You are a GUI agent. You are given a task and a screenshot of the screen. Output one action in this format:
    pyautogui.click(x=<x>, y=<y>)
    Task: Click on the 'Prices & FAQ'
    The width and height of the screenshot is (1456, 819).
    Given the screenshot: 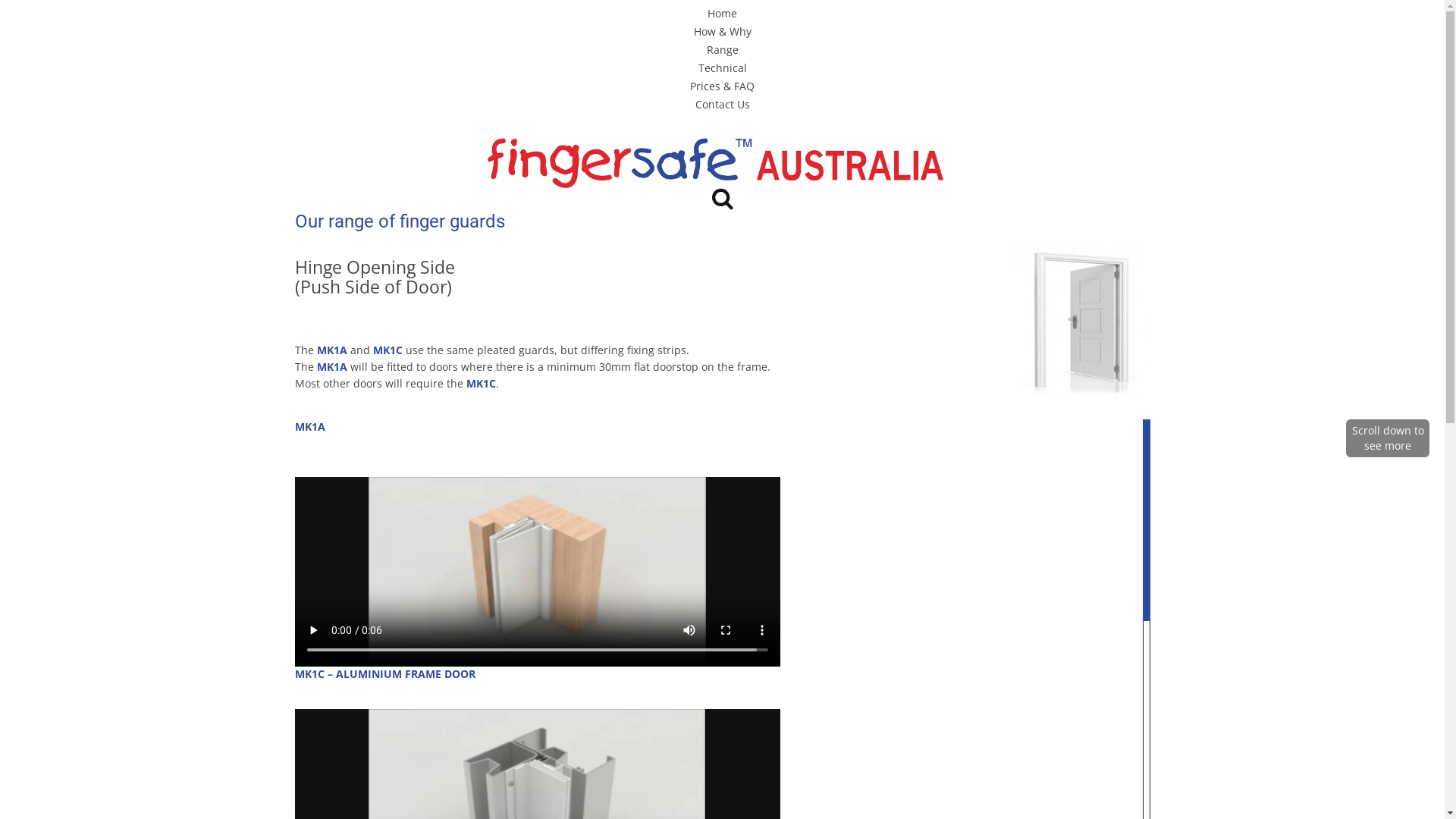 What is the action you would take?
    pyautogui.click(x=721, y=86)
    